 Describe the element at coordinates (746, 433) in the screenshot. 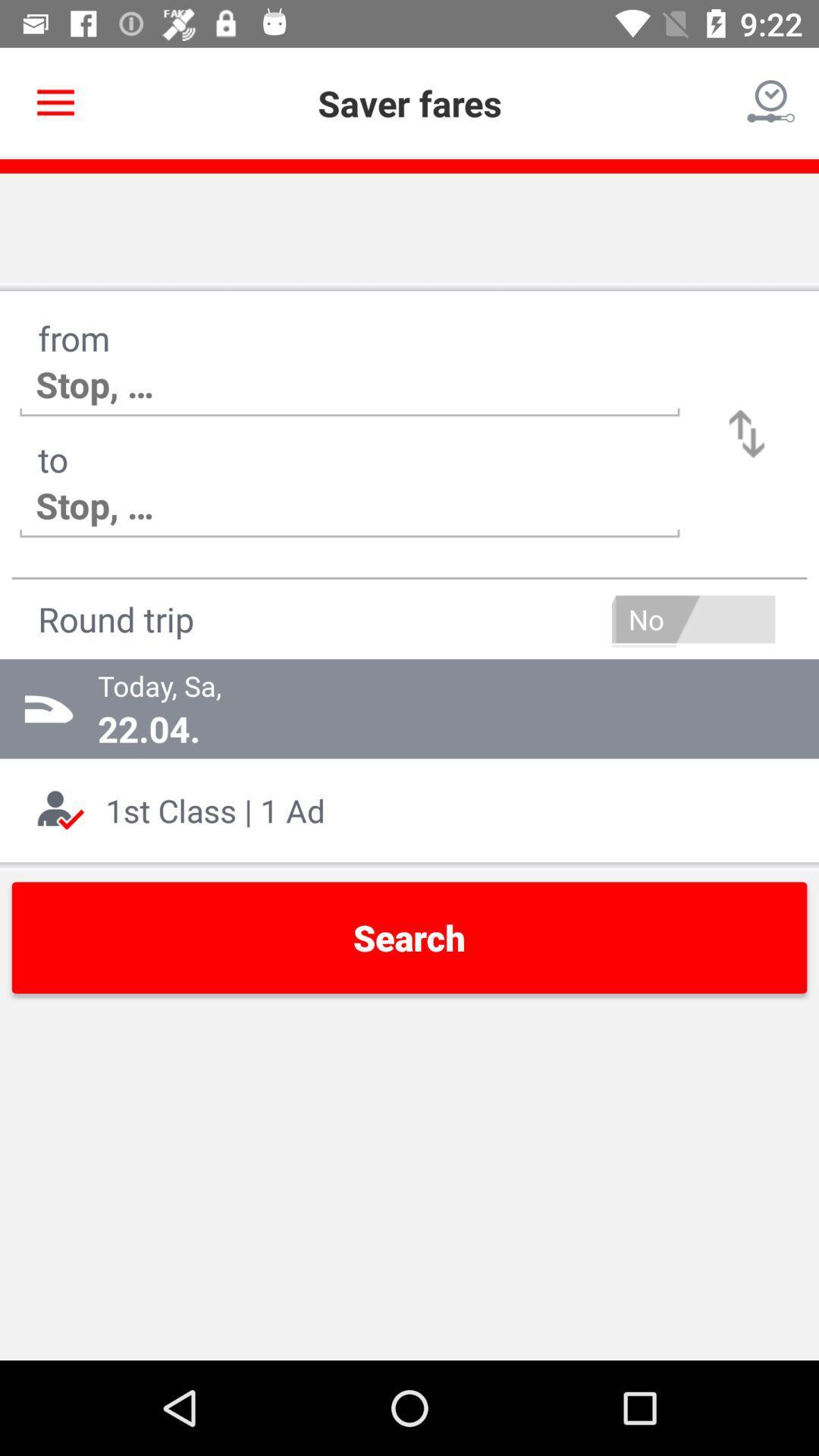

I see `the swap icon` at that location.